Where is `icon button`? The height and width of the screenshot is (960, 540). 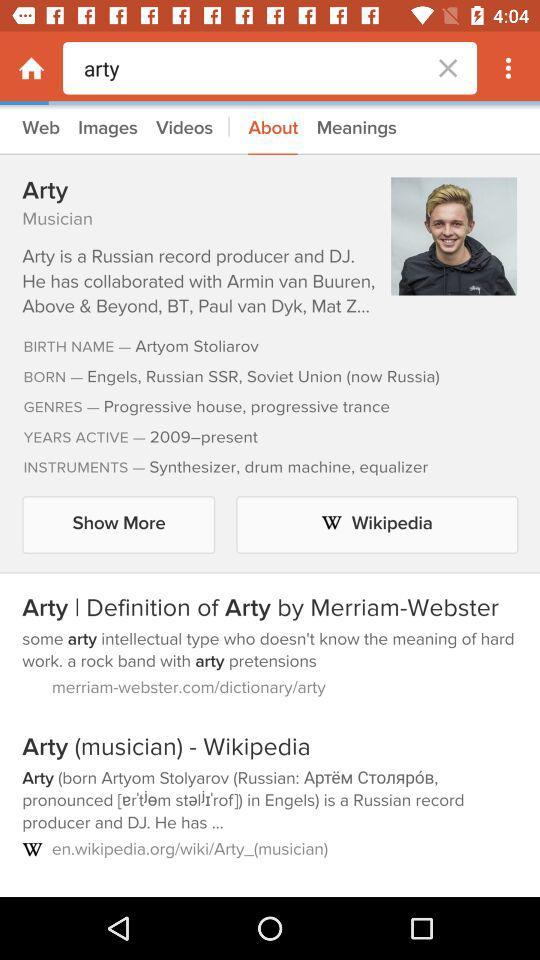 icon button is located at coordinates (508, 68).